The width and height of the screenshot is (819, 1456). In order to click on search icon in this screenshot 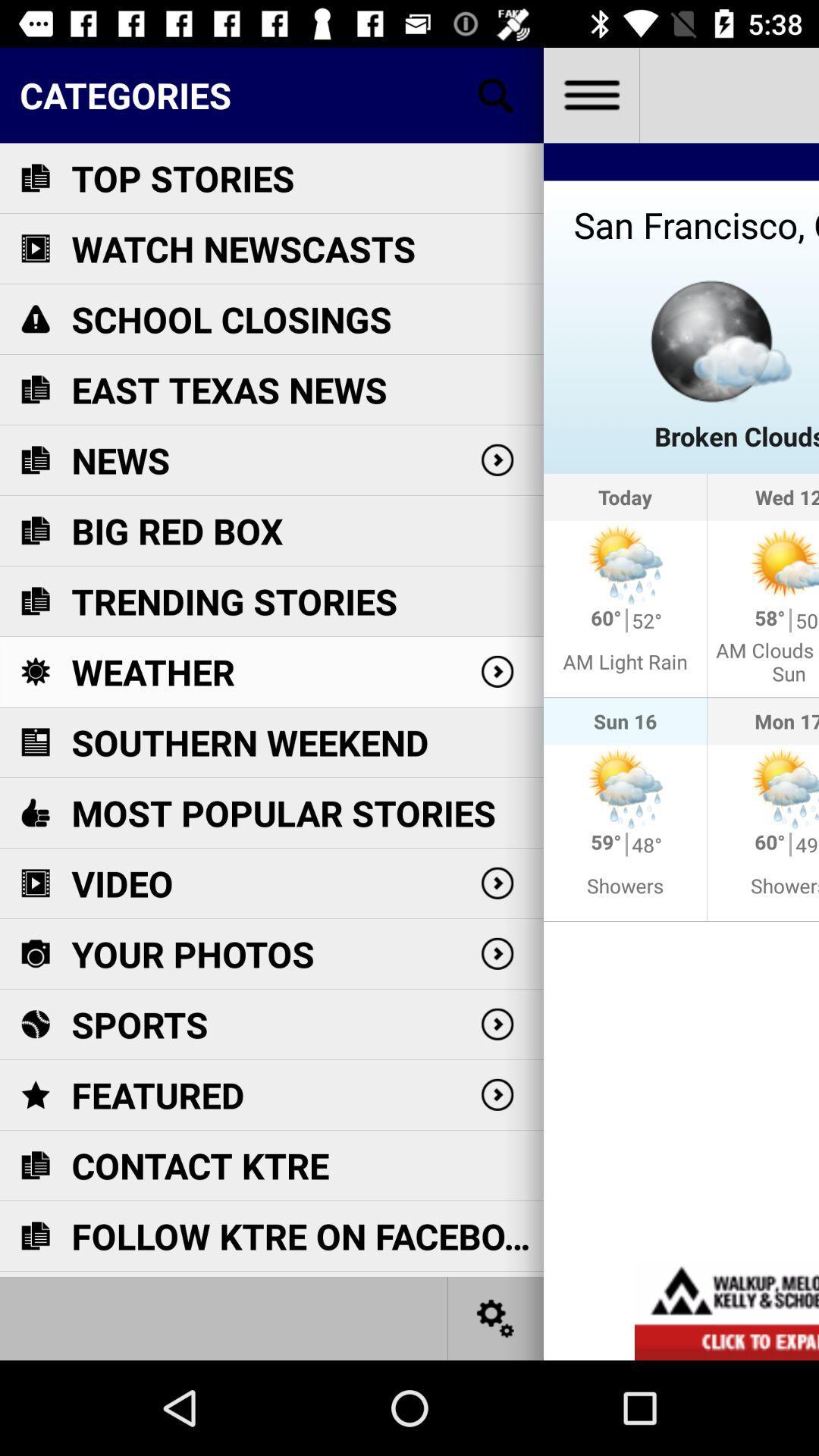, I will do `click(496, 94)`.